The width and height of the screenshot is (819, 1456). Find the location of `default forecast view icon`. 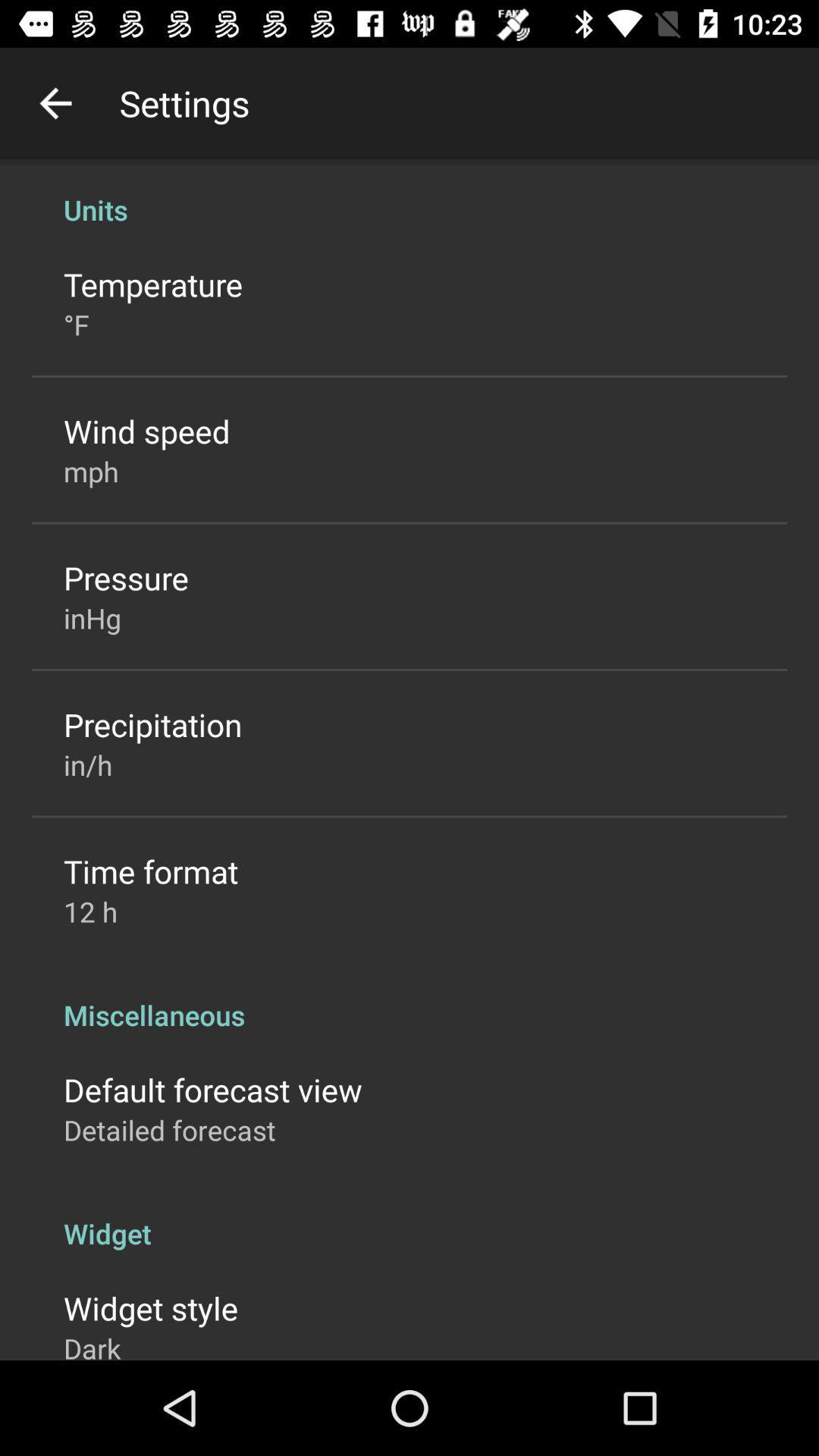

default forecast view icon is located at coordinates (212, 1088).